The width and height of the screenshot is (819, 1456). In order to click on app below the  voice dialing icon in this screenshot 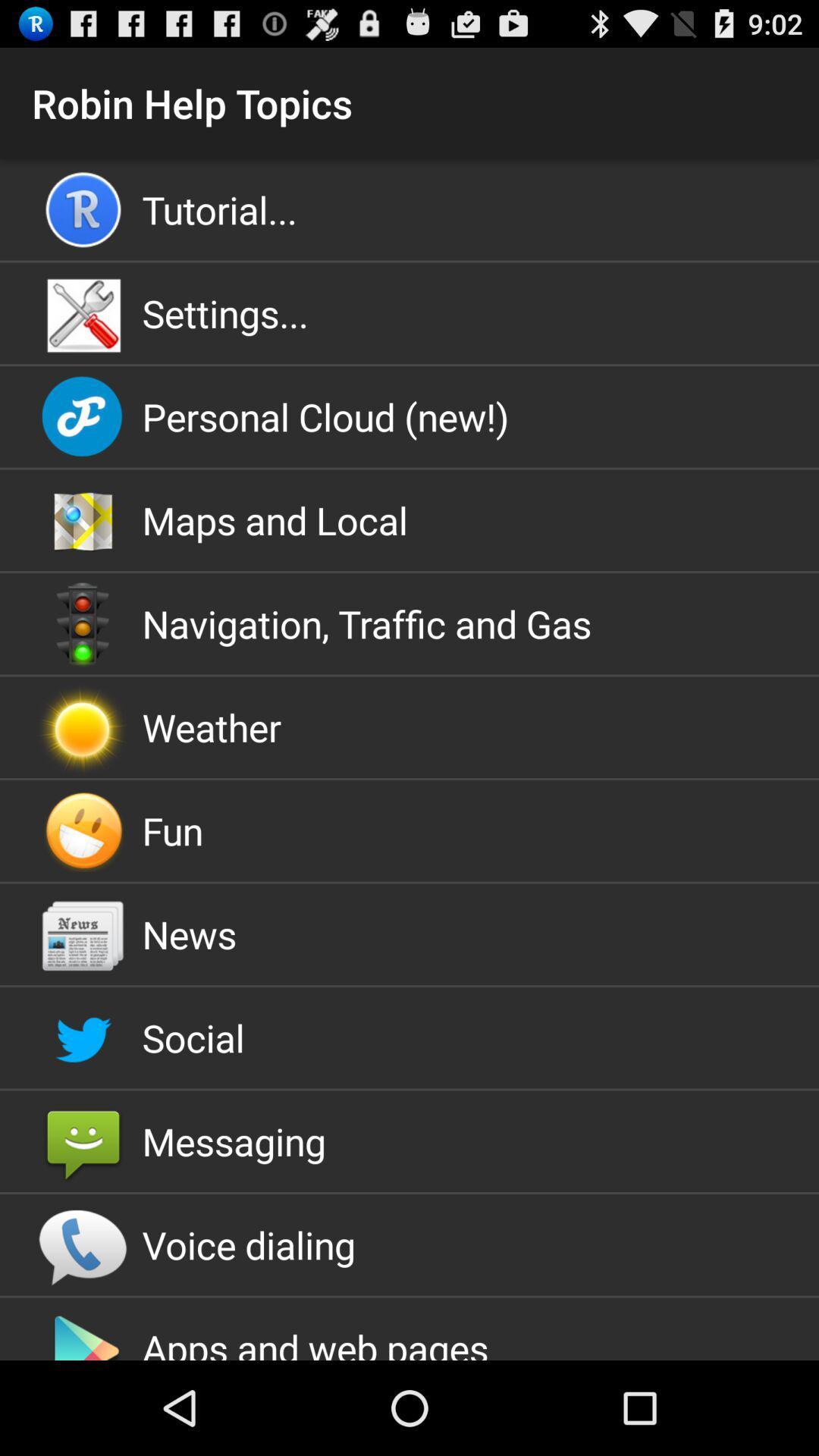, I will do `click(409, 1328)`.